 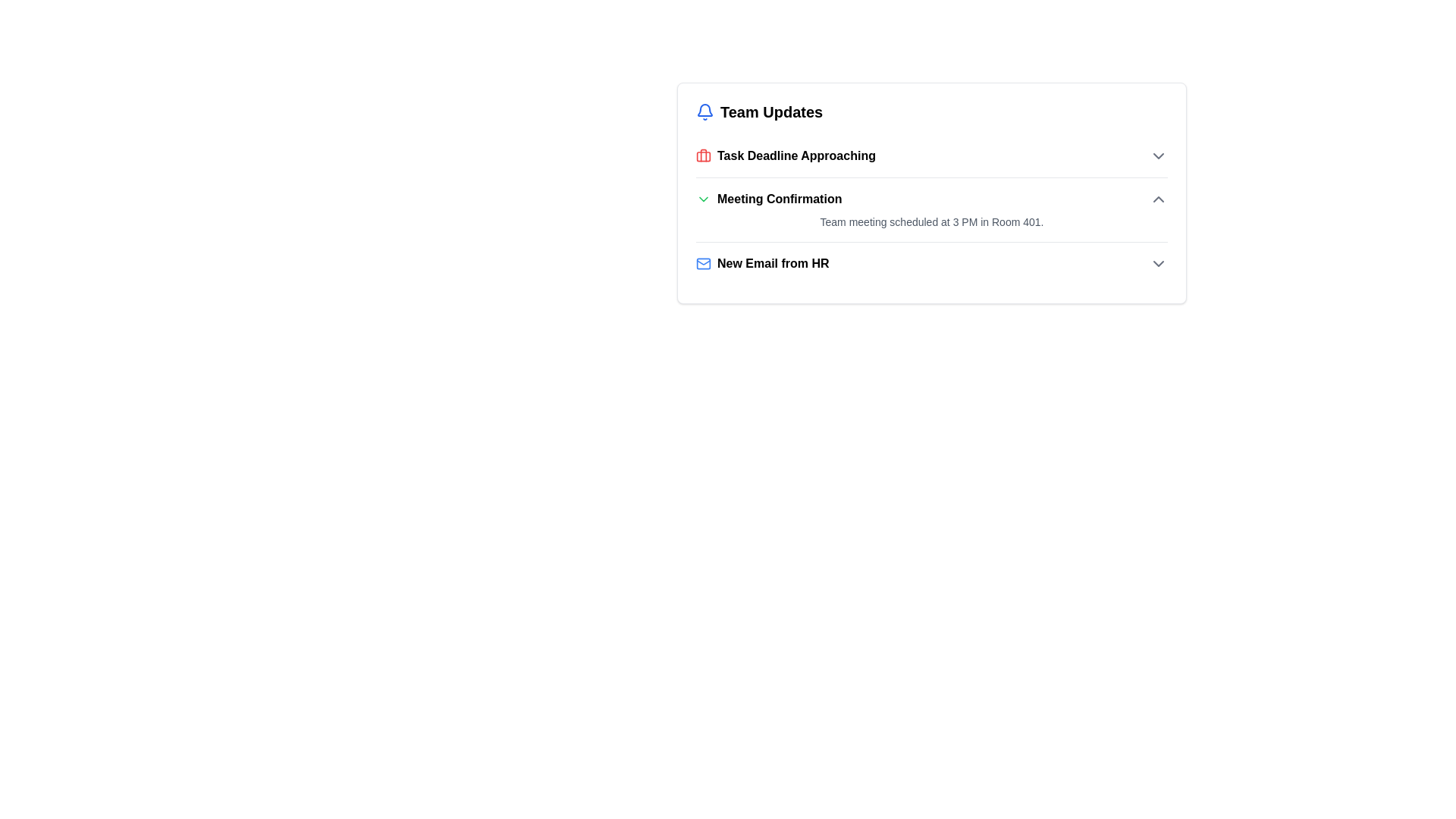 I want to click on the text label that displays 'New Email from HR', which is located next to an email icon in the bottom section of the 'Team Updates' list, so click(x=773, y=262).